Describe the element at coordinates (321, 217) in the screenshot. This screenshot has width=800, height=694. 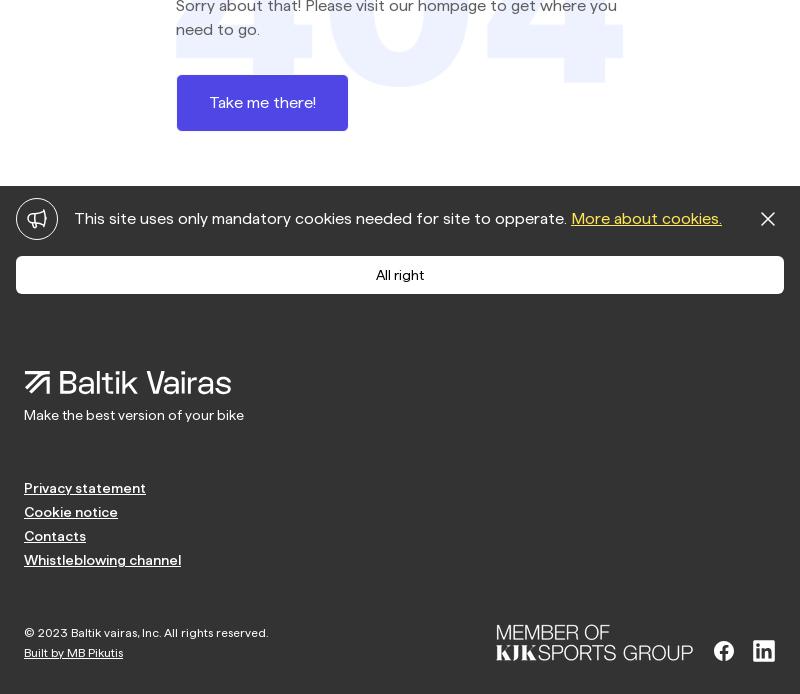
I see `'This site uses only mandatory cookies needed for site to opperate.'` at that location.